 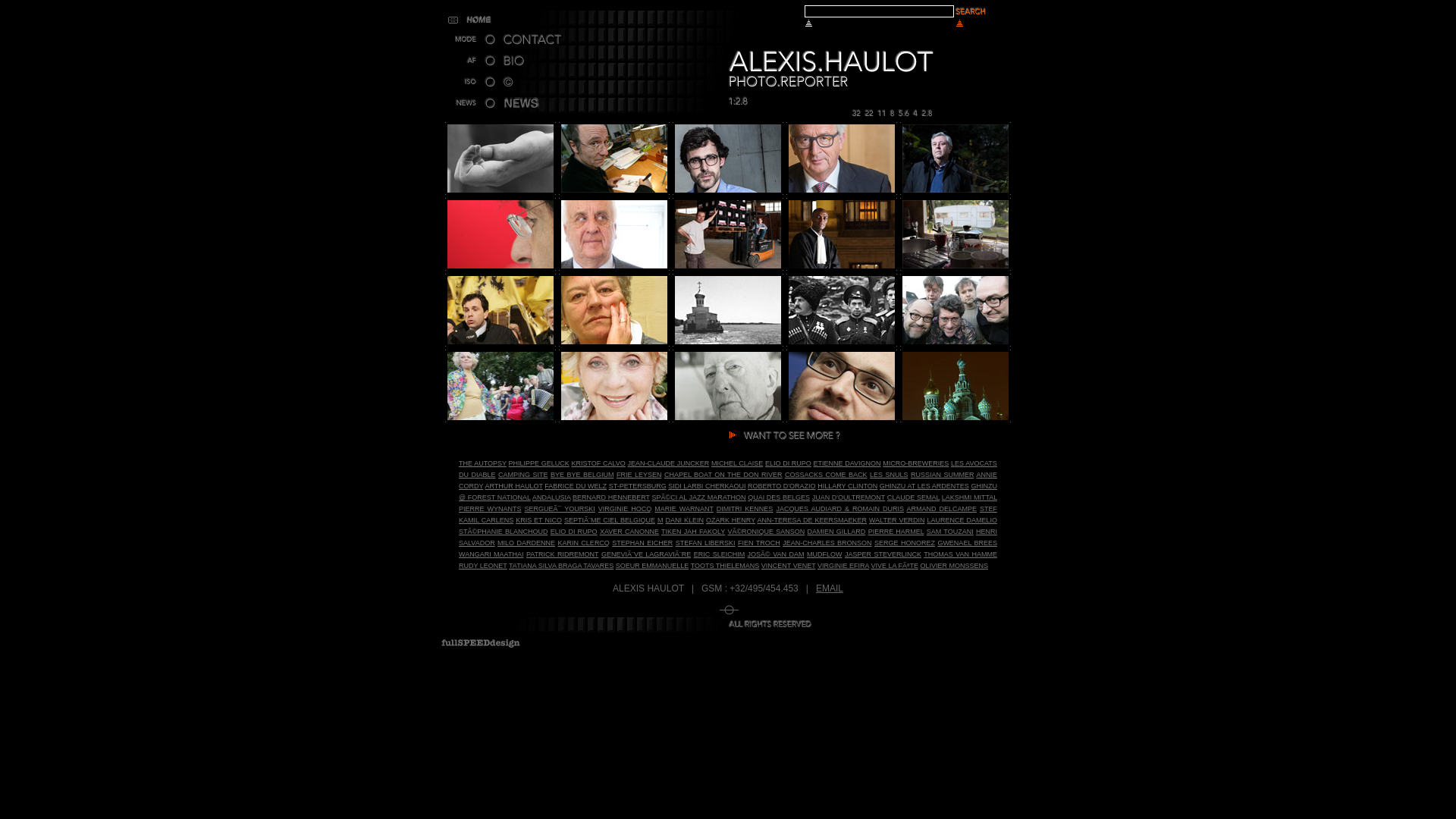 I want to click on 'OZARK HENRY', so click(x=730, y=519).